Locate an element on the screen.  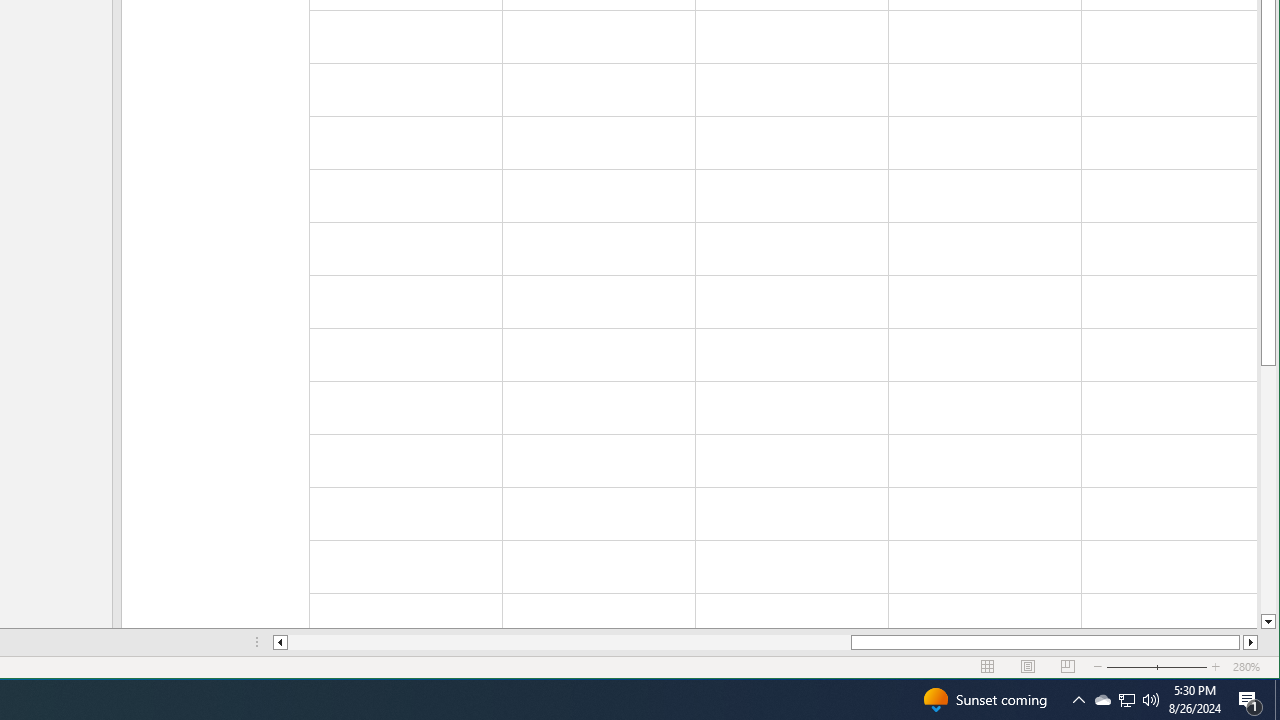
'Page Break Preview' is located at coordinates (1067, 667).